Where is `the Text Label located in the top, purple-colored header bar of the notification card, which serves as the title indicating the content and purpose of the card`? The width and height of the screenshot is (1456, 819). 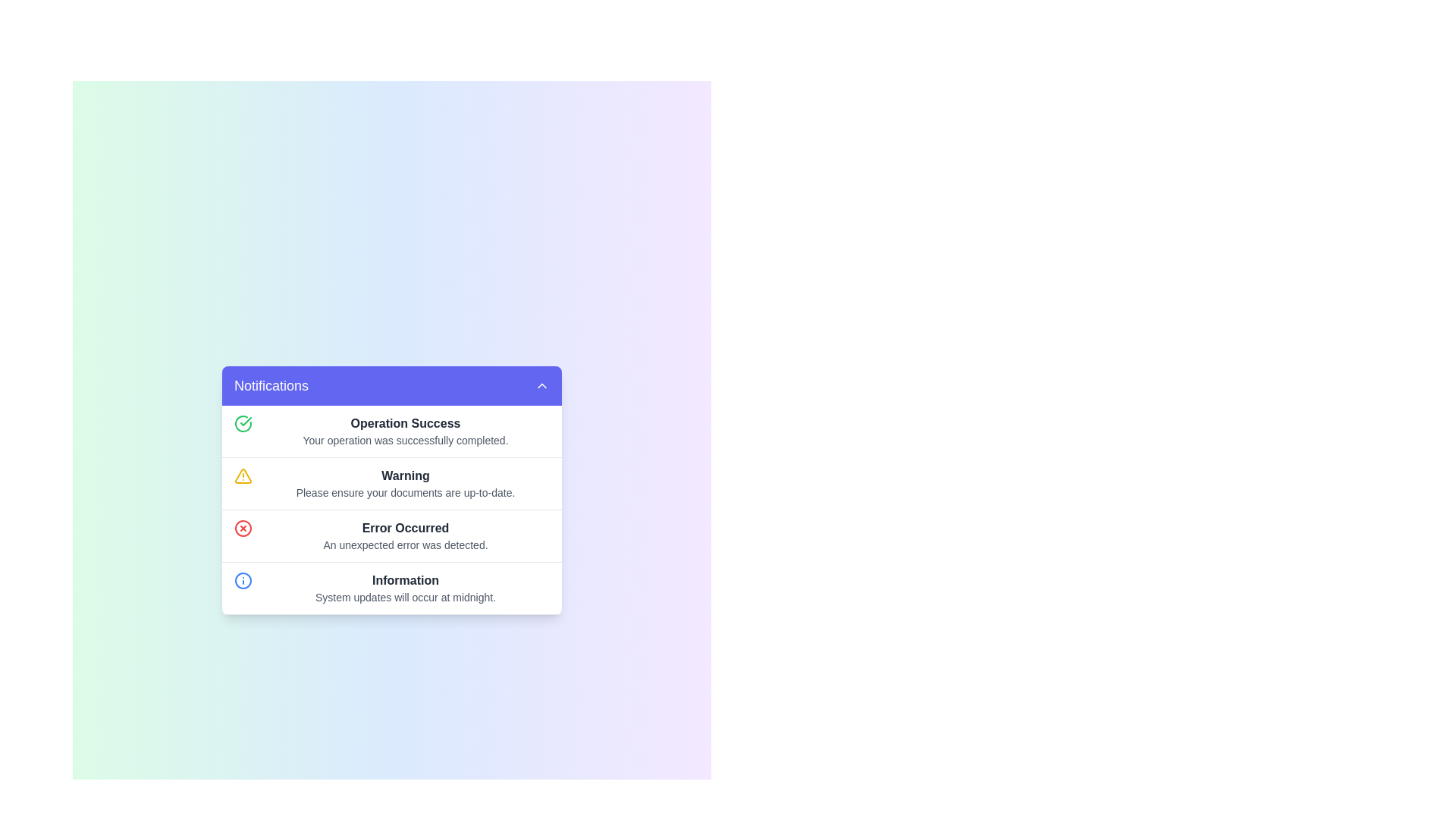
the Text Label located in the top, purple-colored header bar of the notification card, which serves as the title indicating the content and purpose of the card is located at coordinates (271, 385).